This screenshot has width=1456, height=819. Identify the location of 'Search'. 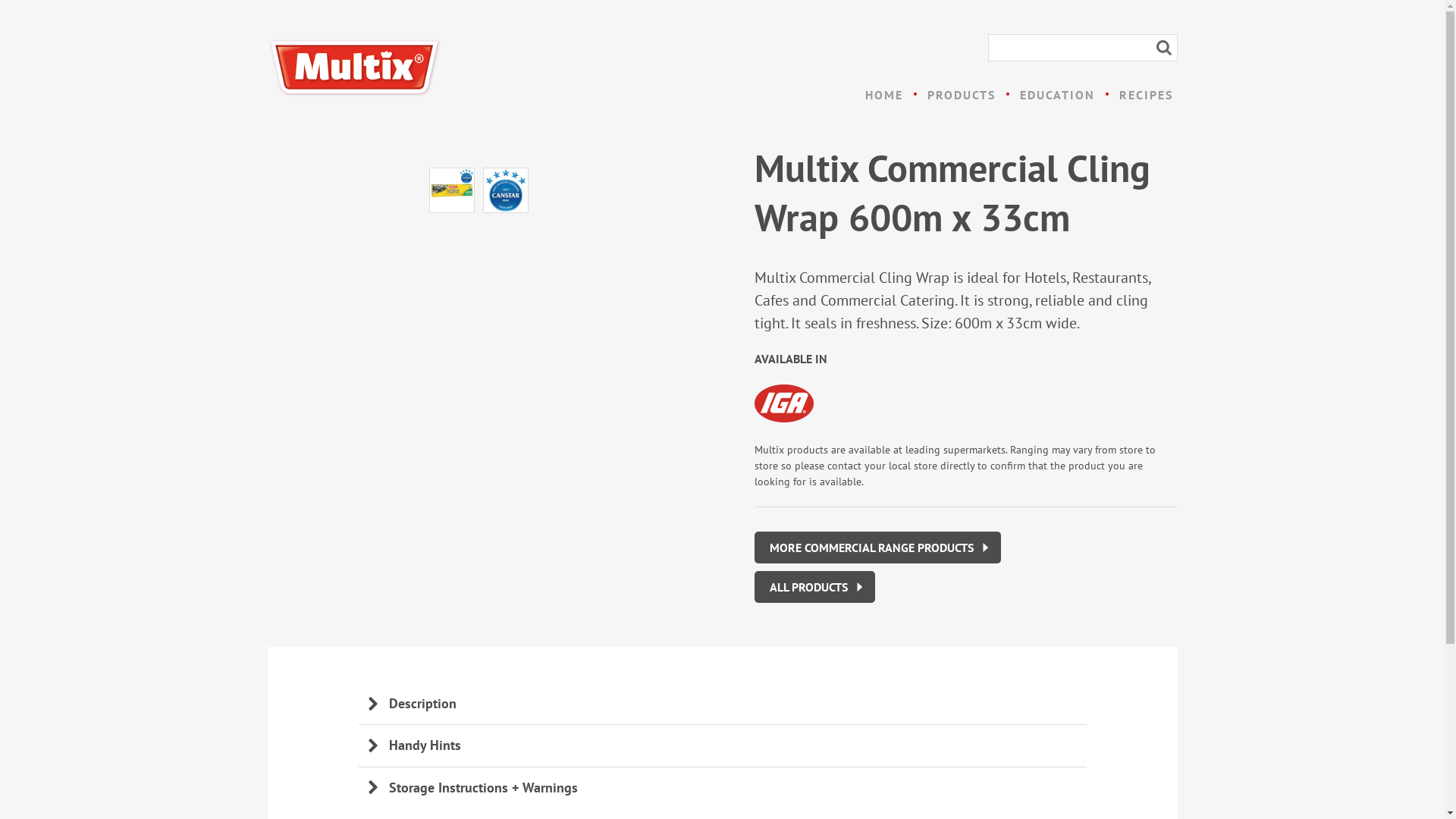
(1163, 46).